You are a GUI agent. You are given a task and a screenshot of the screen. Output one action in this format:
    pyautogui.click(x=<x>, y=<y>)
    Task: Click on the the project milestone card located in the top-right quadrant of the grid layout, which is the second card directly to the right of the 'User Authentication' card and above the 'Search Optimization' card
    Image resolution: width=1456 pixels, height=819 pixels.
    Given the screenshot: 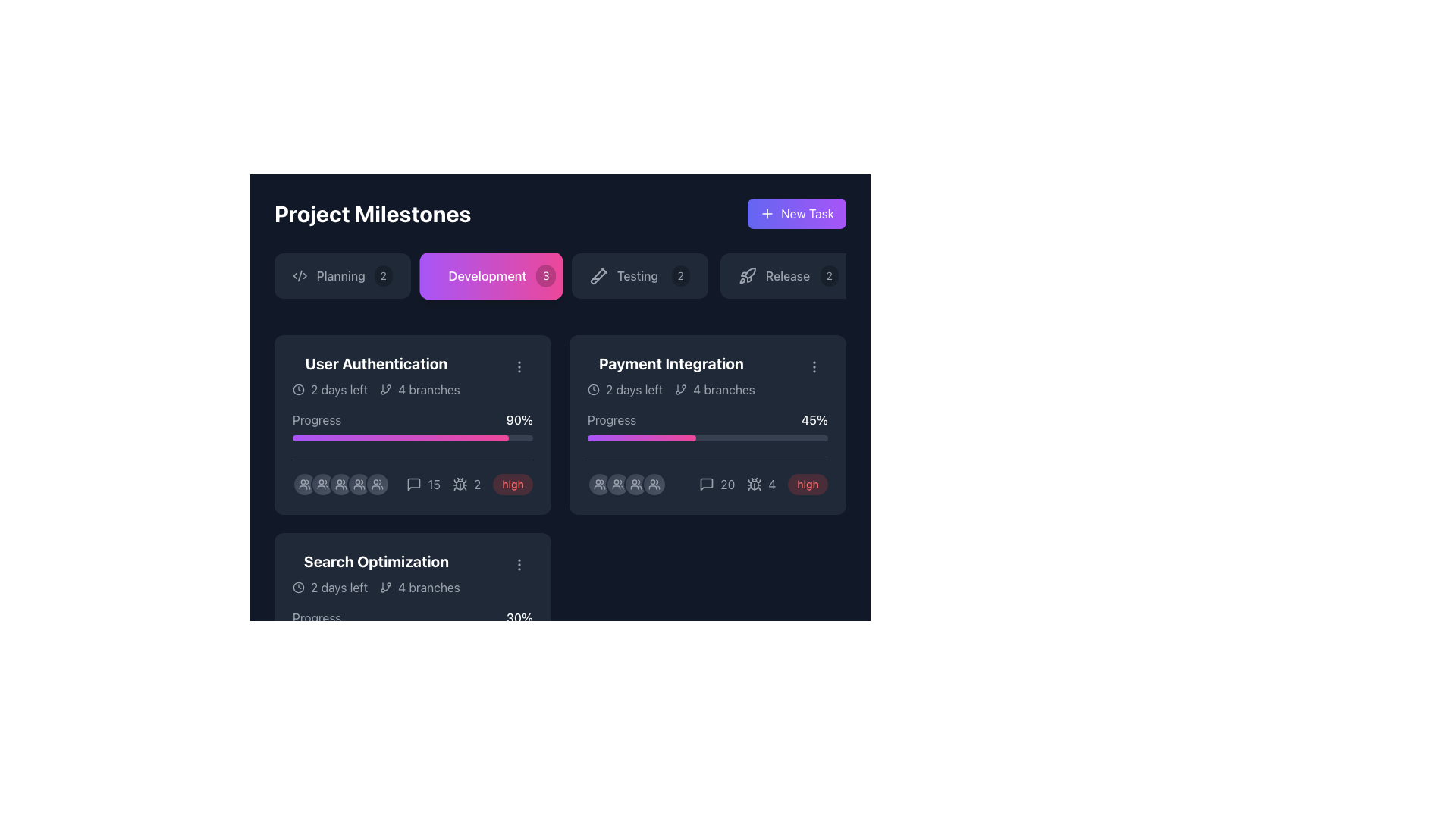 What is the action you would take?
    pyautogui.click(x=707, y=425)
    